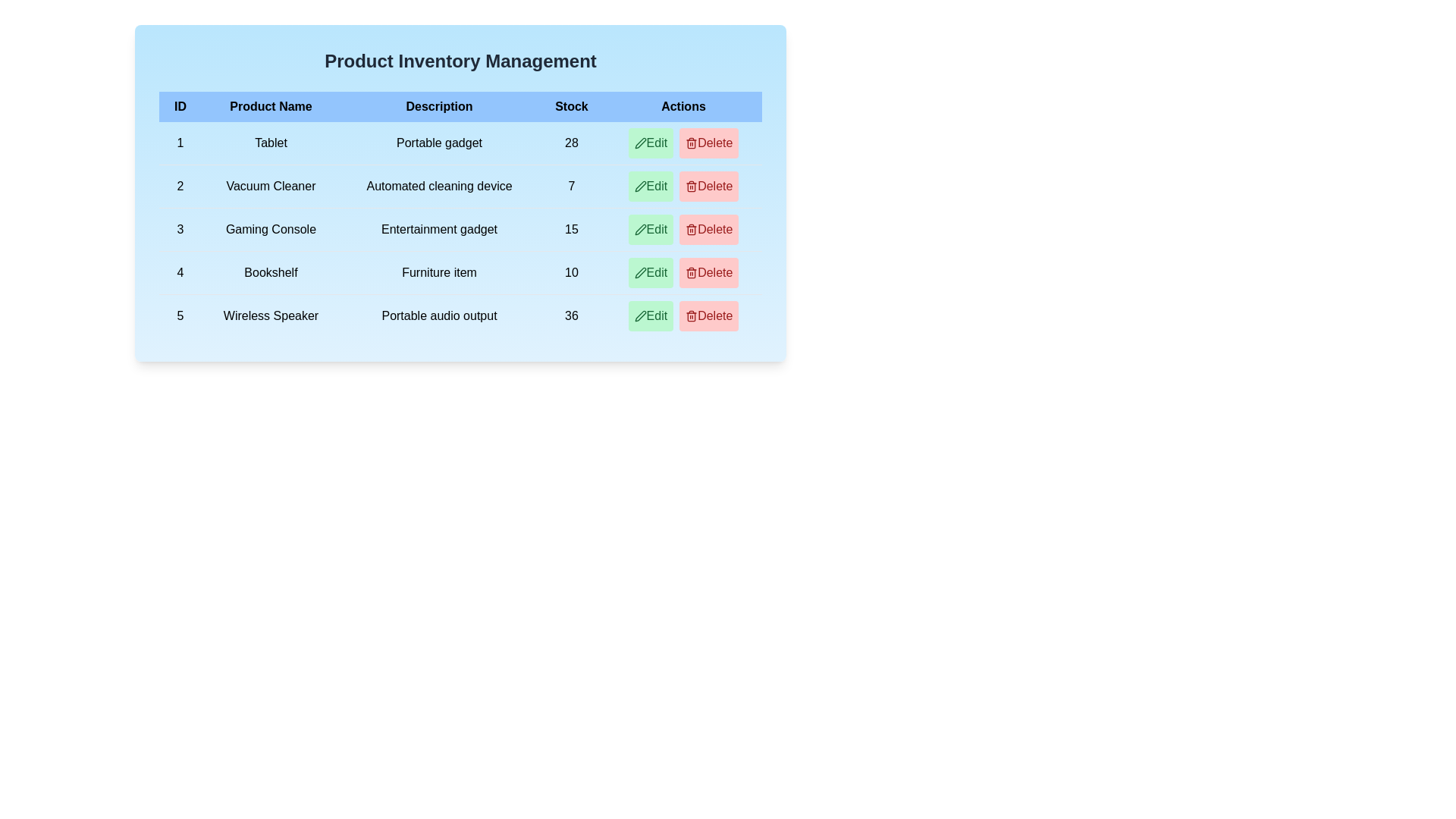  Describe the element at coordinates (651, 271) in the screenshot. I see `the green 'Edit' button with a pencil icon located in the 'Actions' column of the 'Bookshelf' item row` at that location.